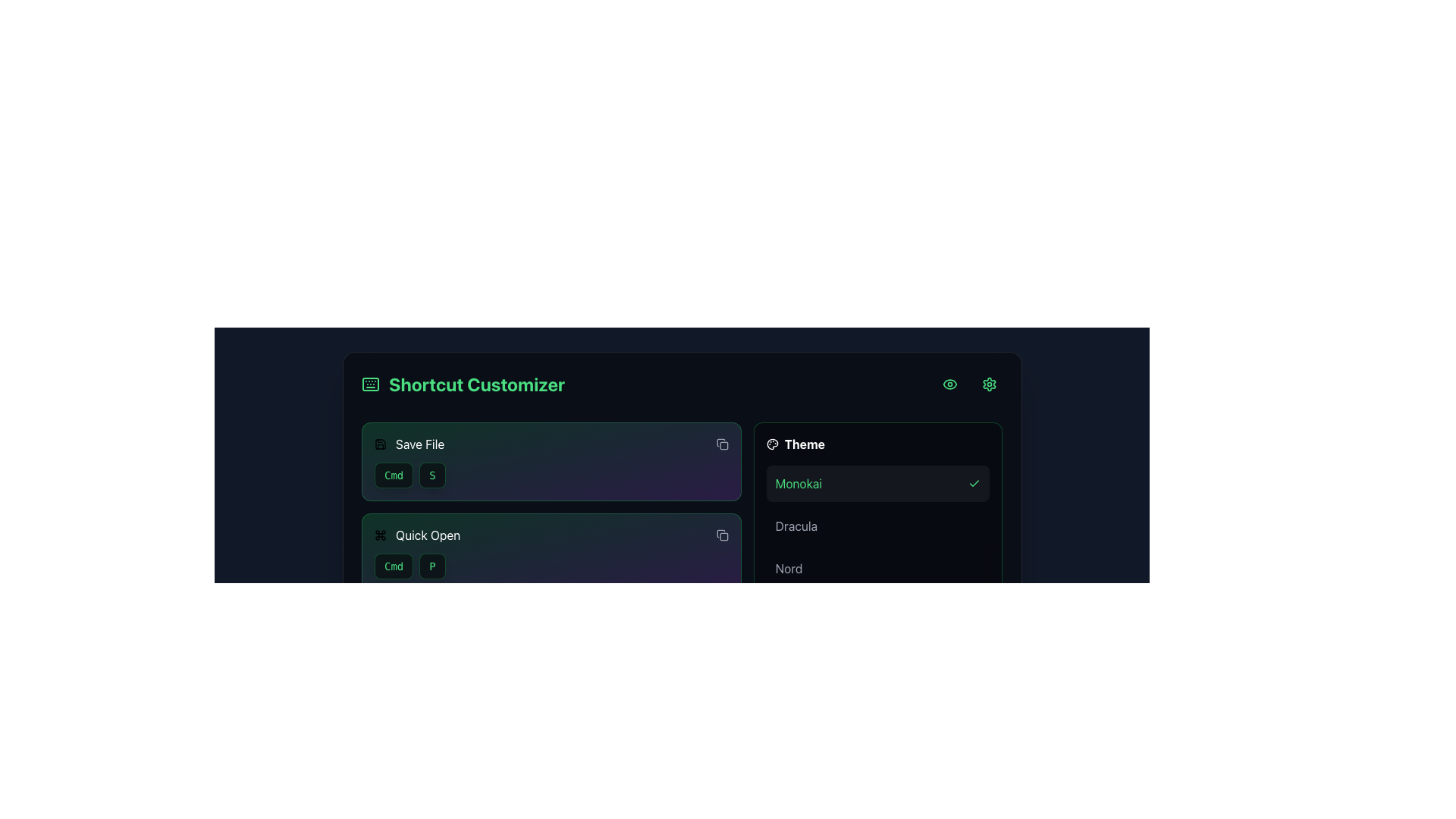  Describe the element at coordinates (878, 568) in the screenshot. I see `the 'Nord' button in the Theme section` at that location.